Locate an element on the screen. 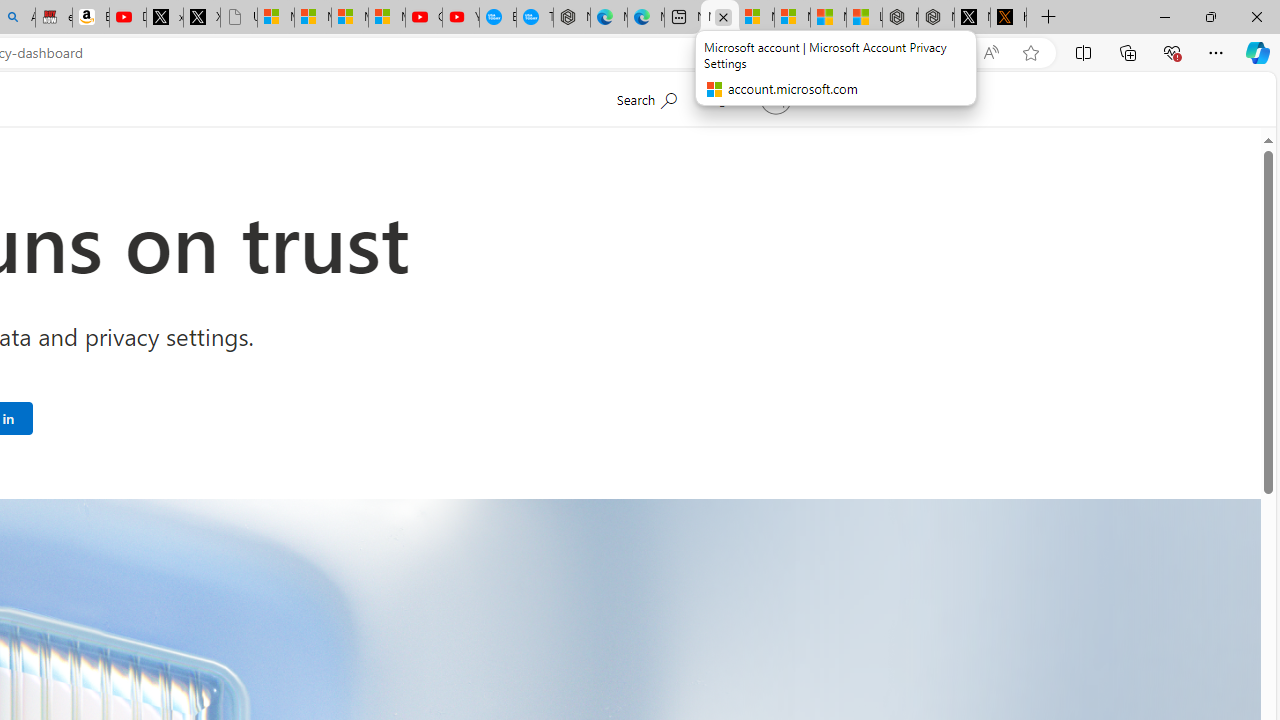 The image size is (1280, 720). 'Settings and more (Alt+F)' is located at coordinates (1215, 51).